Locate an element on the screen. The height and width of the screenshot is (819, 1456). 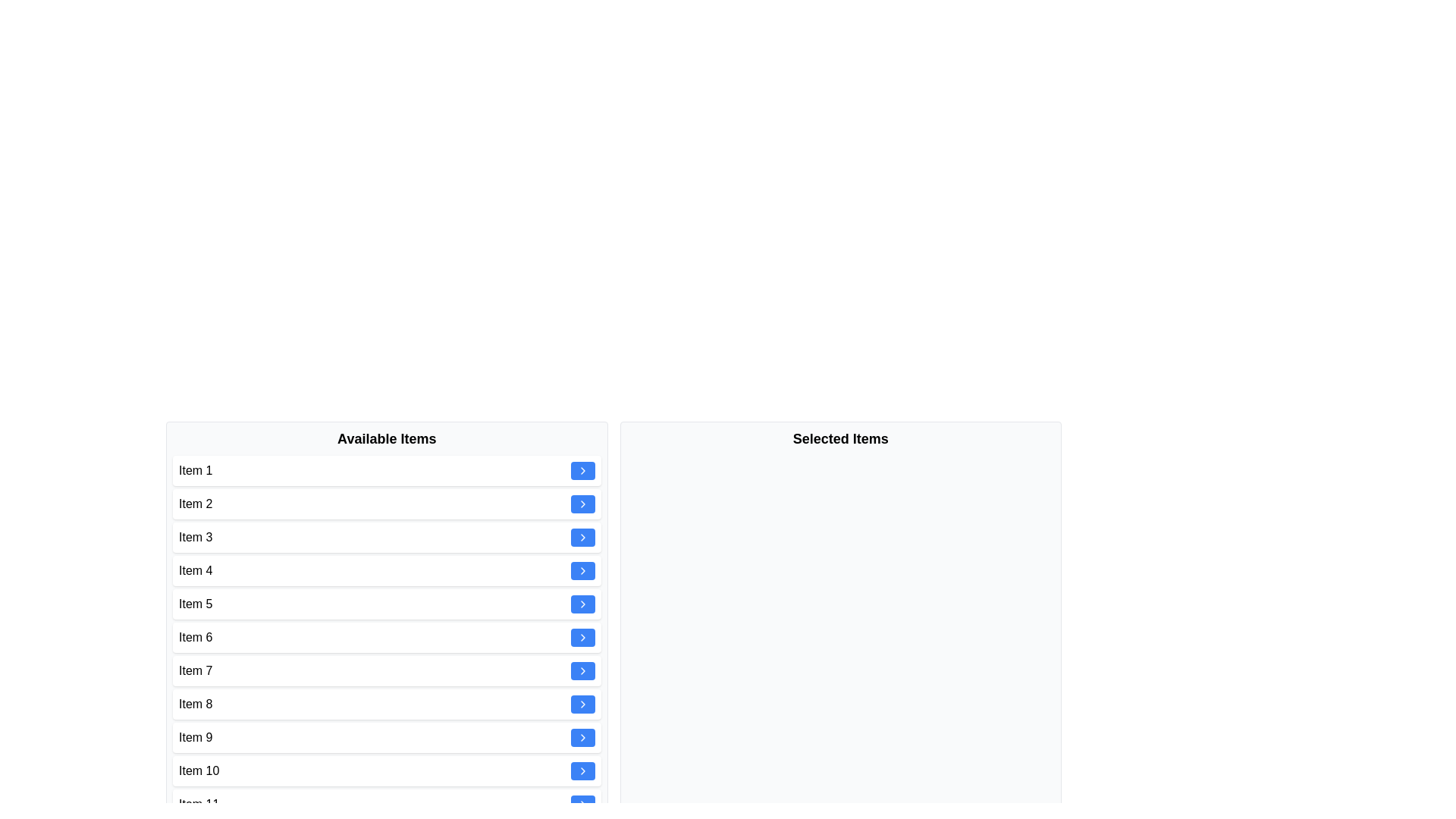
the small rectangular blue button with a white arrow pointing to the right located at the right end of the 'Item 1' row in the 'Available Items' section is located at coordinates (582, 470).